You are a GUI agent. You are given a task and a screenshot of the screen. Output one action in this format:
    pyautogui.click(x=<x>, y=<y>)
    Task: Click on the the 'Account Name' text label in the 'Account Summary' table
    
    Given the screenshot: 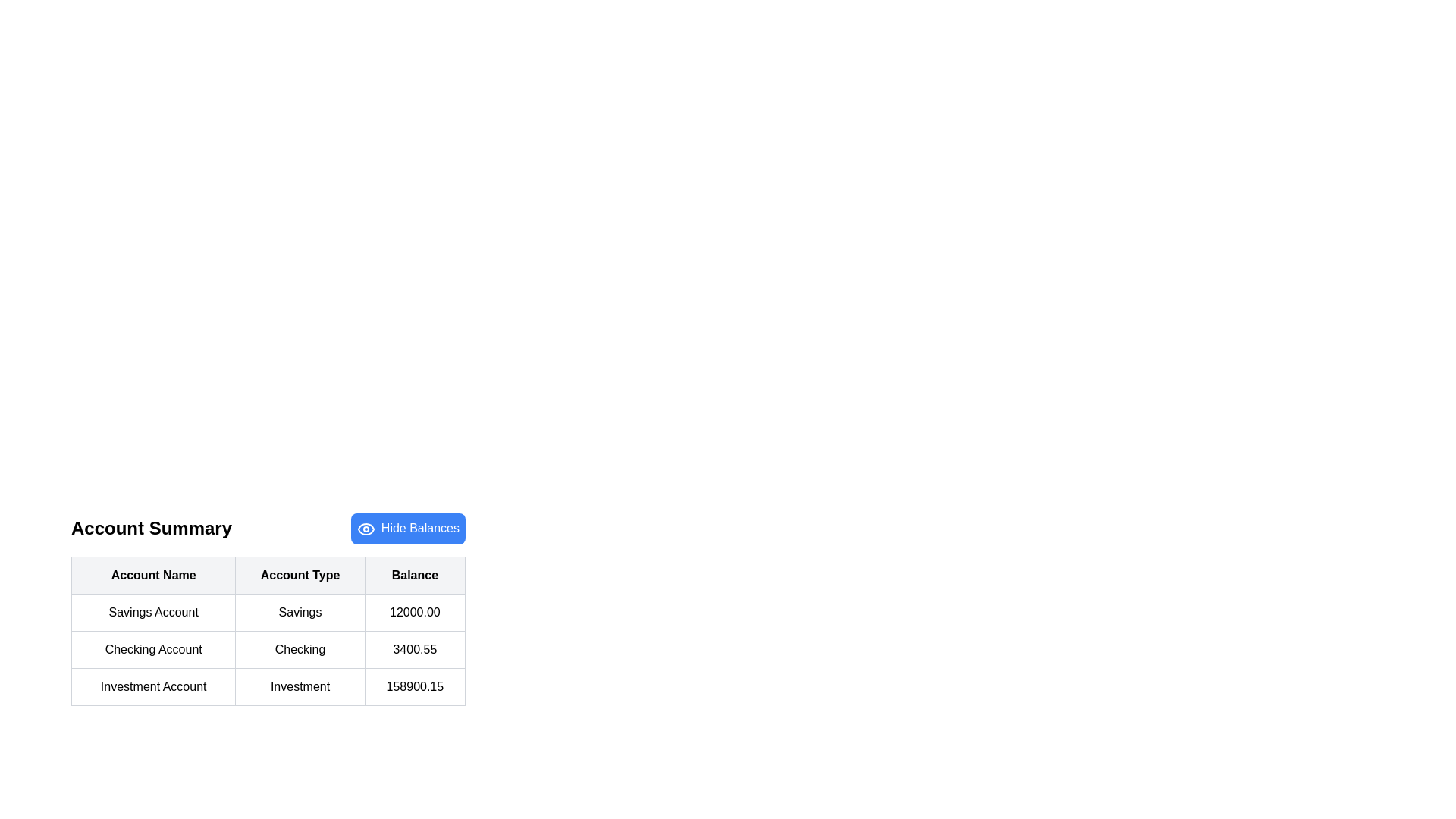 What is the action you would take?
    pyautogui.click(x=153, y=611)
    